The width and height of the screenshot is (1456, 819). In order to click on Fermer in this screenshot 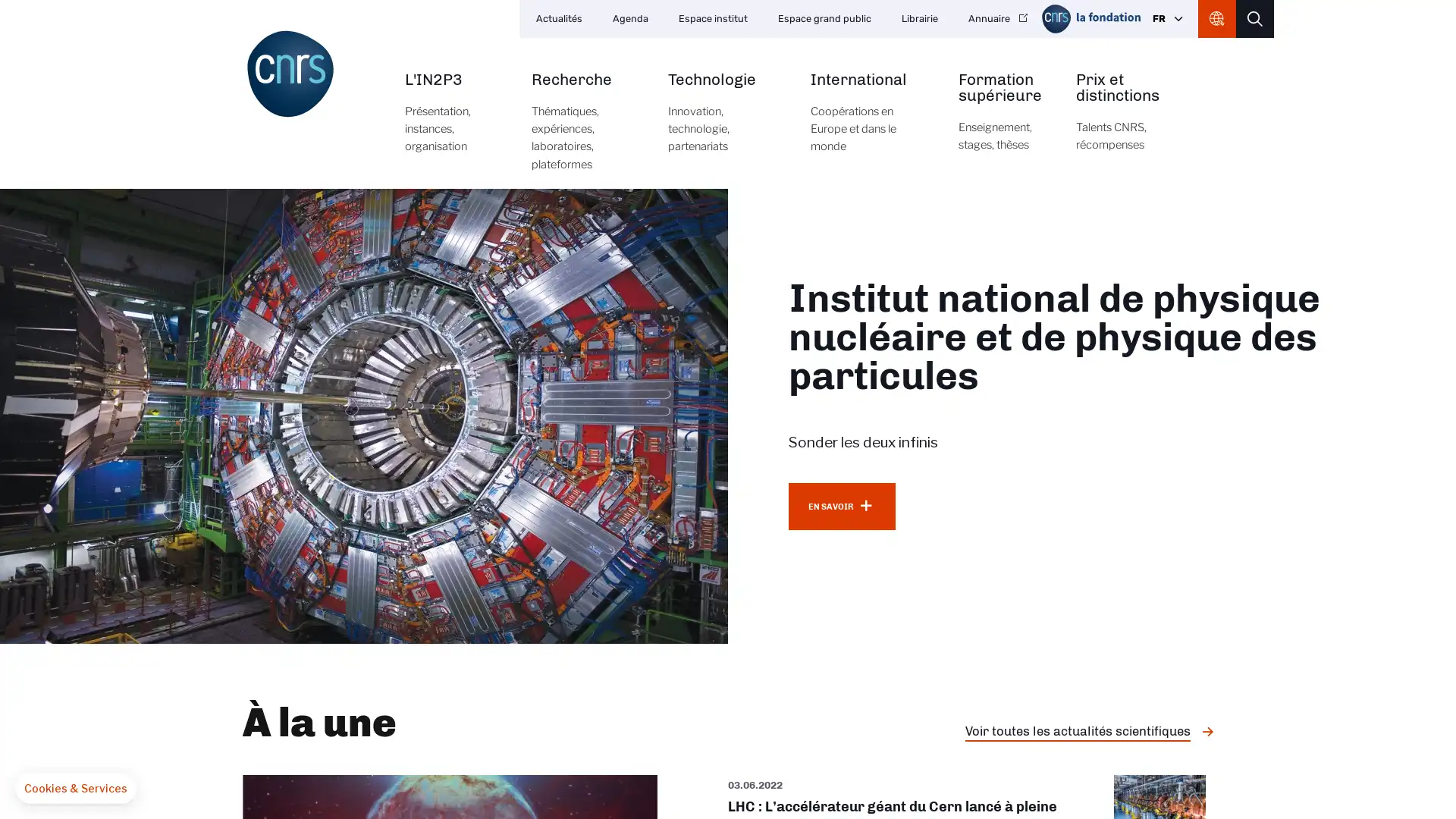, I will do `click(75, 786)`.